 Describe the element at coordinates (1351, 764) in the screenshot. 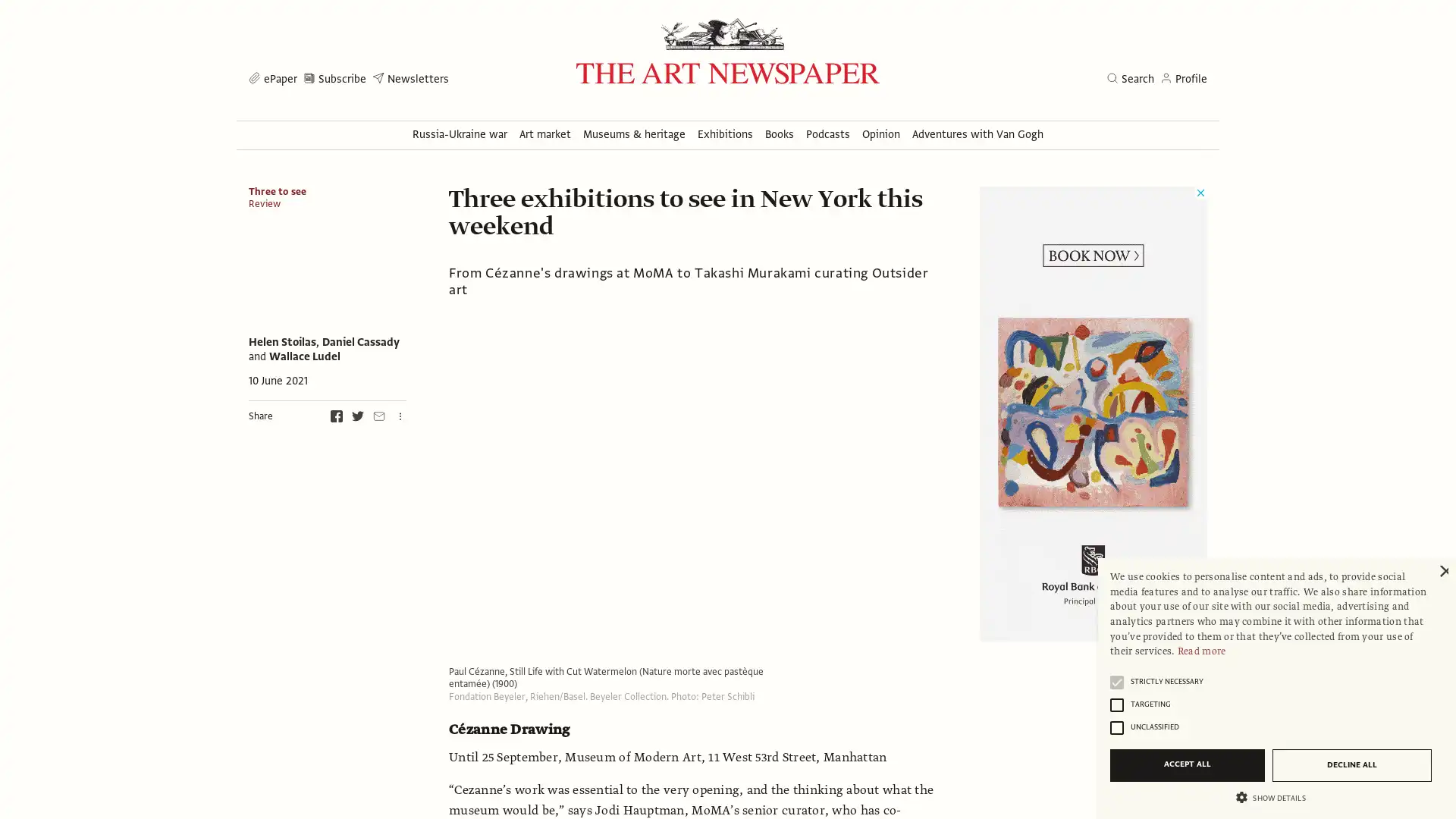

I see `DECLINE ALL` at that location.